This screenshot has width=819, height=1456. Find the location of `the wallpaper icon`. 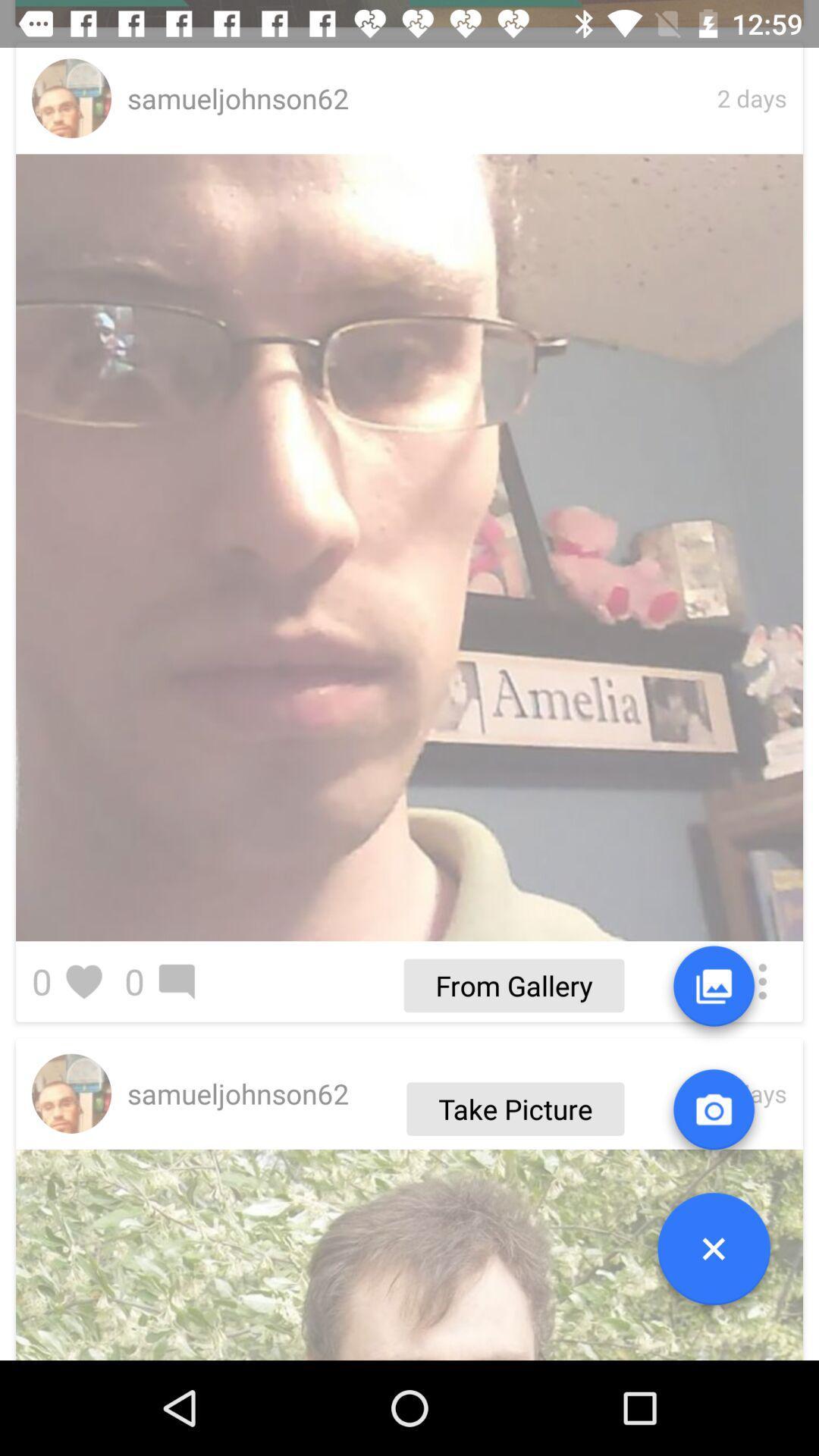

the wallpaper icon is located at coordinates (714, 992).